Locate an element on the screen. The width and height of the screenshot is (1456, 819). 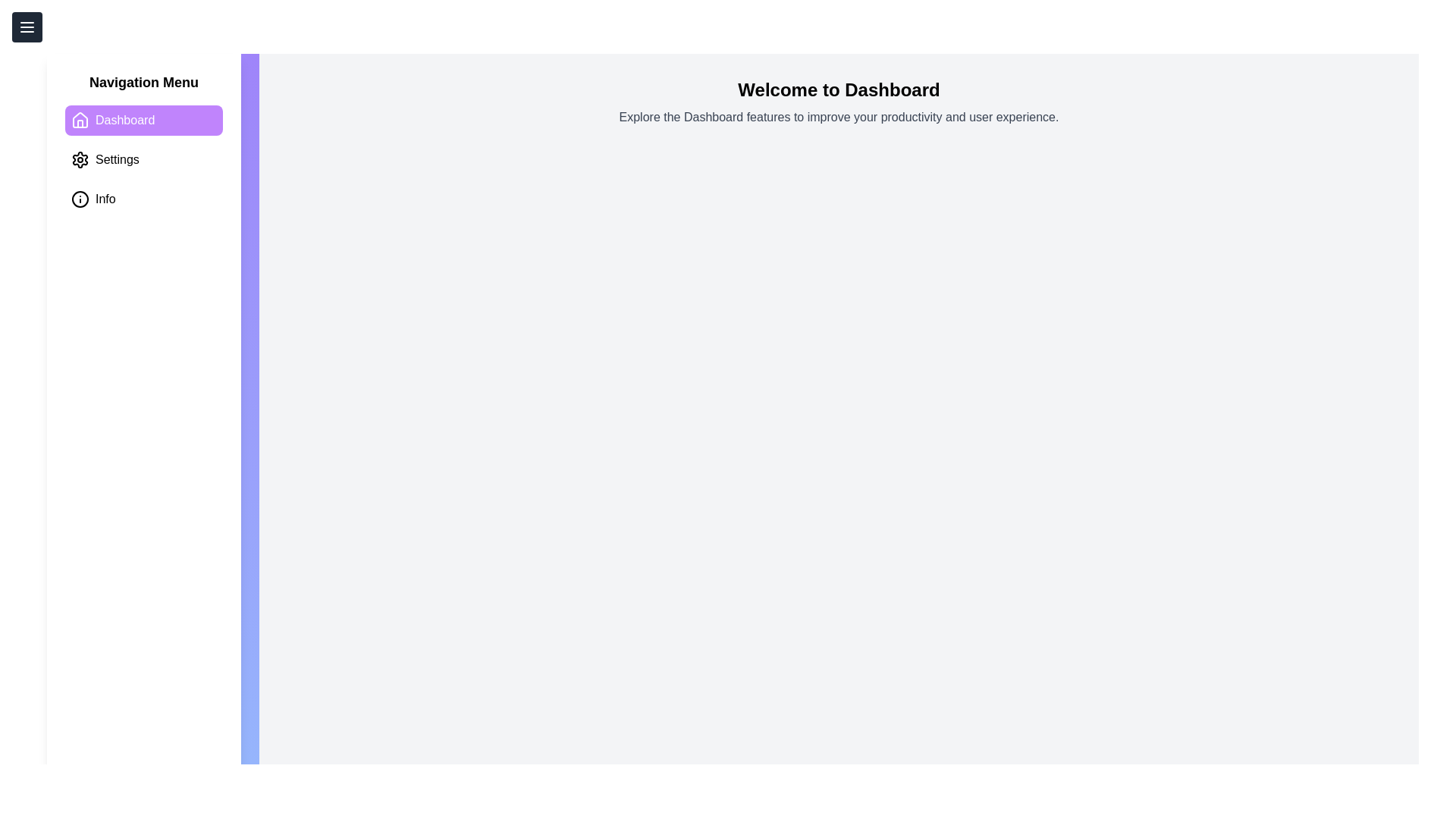
the menu button to toggle the menu visibility is located at coordinates (27, 27).